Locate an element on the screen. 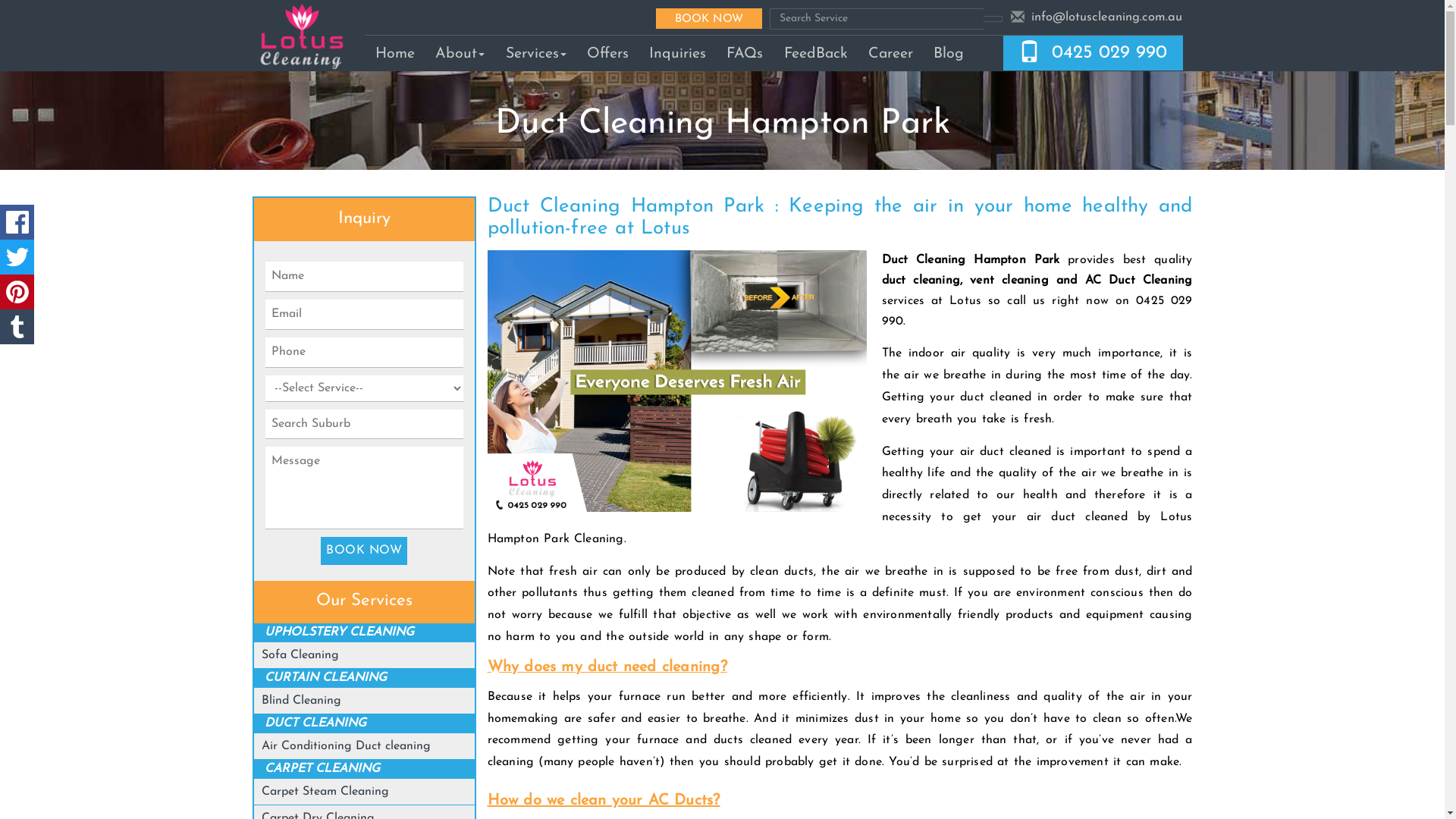 Image resolution: width=1456 pixels, height=819 pixels. 'Home' is located at coordinates (394, 52).